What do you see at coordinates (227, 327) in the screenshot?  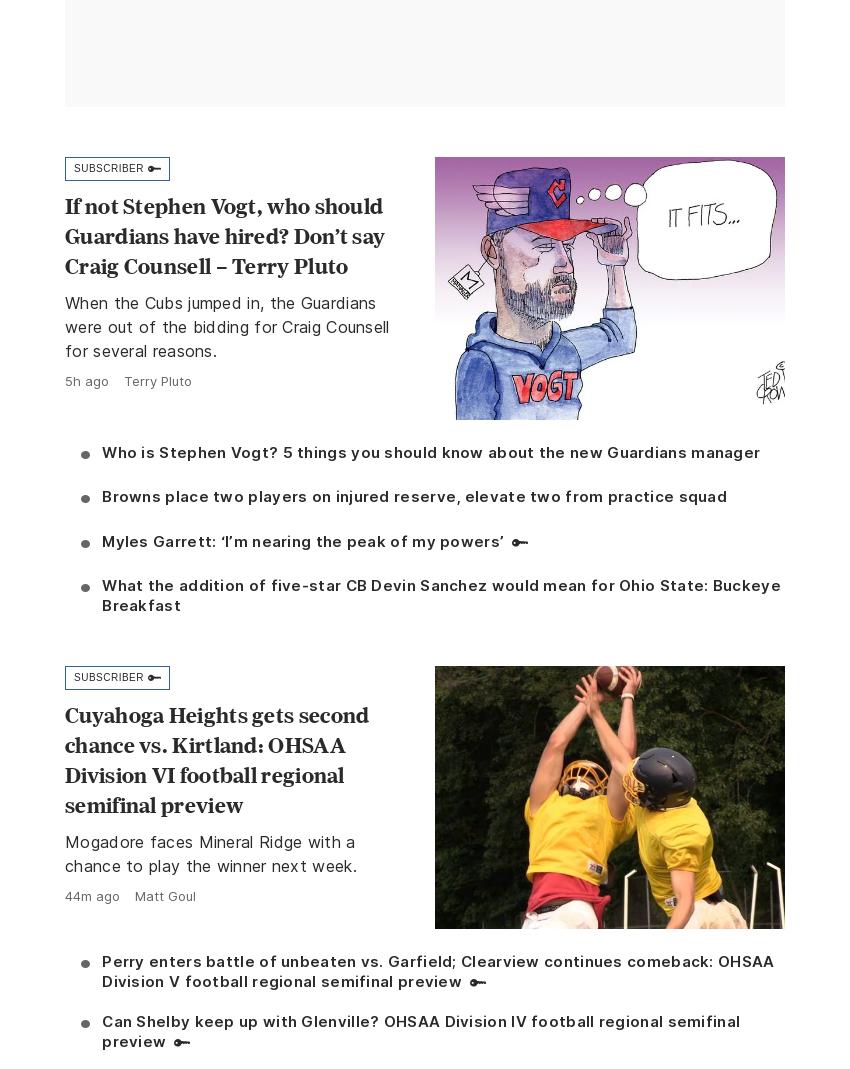 I see `'When the Cubs jumped in, the Guardians were out of the bidding for Craig Counsell for several reasons.'` at bounding box center [227, 327].